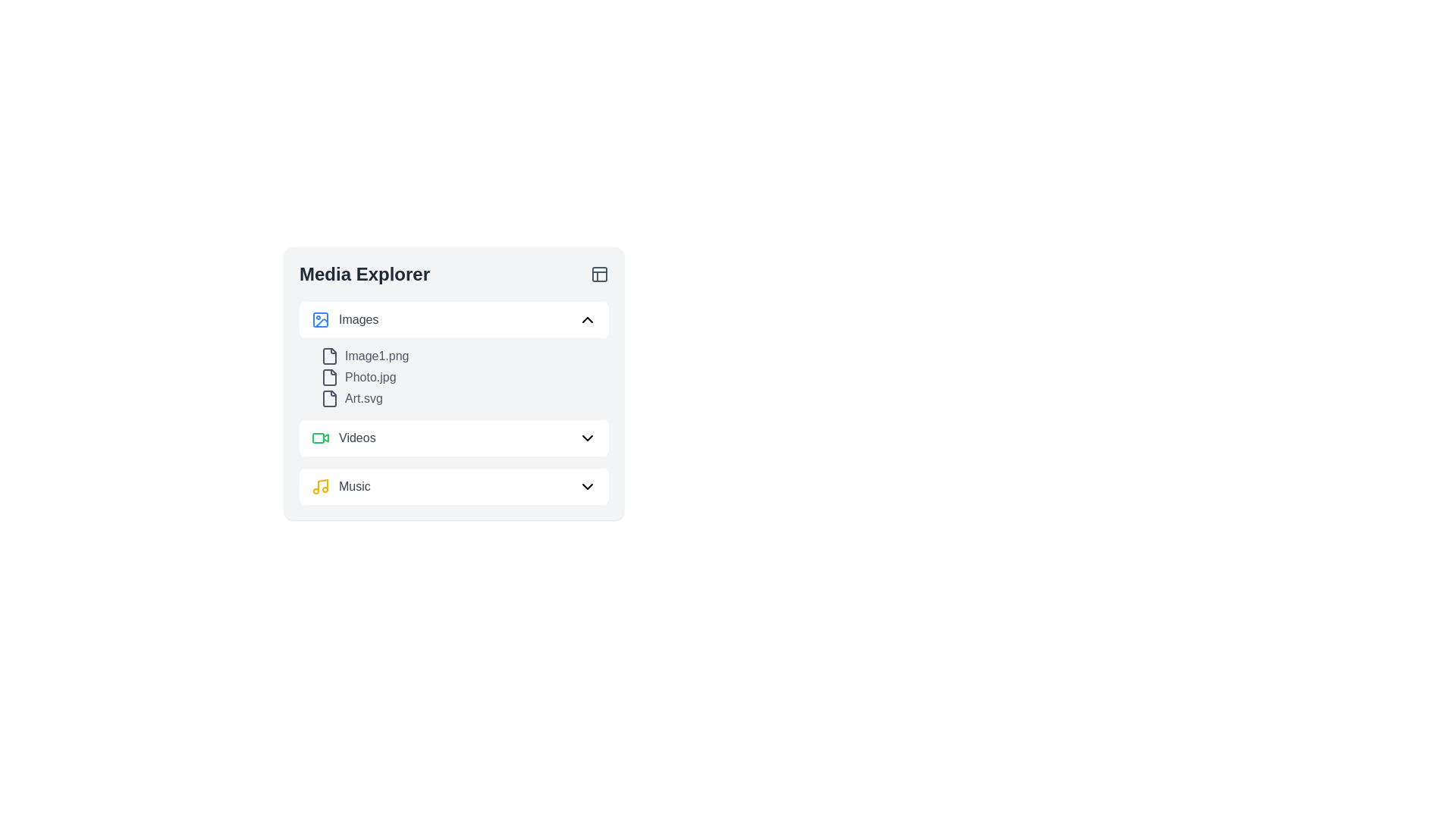 This screenshot has width=1456, height=819. I want to click on the graphical icon representing the 'Photo.jpg' file document located in the Media Explorer panel, so click(329, 376).